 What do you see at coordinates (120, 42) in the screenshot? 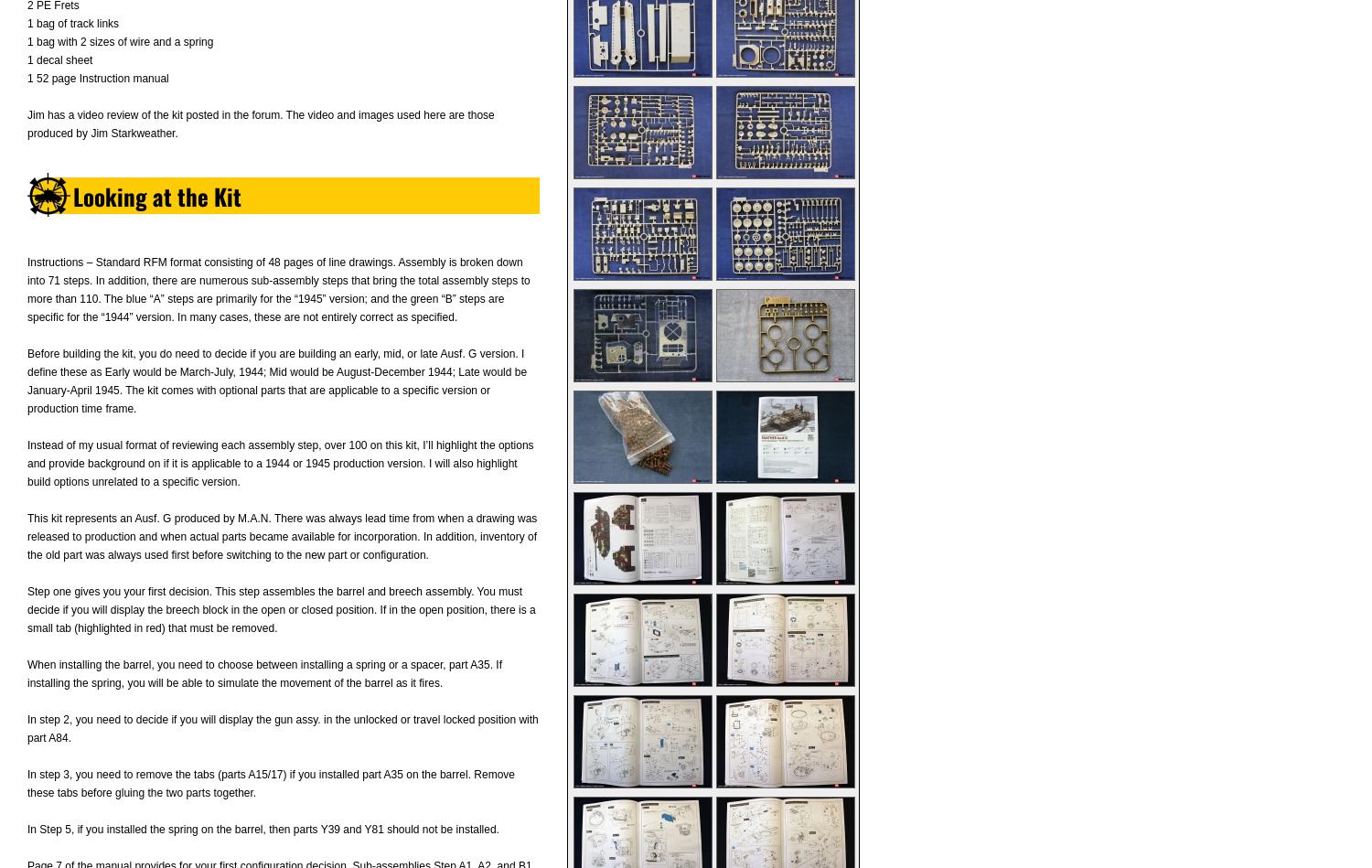
I see `'1 bag with 2 sizes of wire and a spring'` at bounding box center [120, 42].